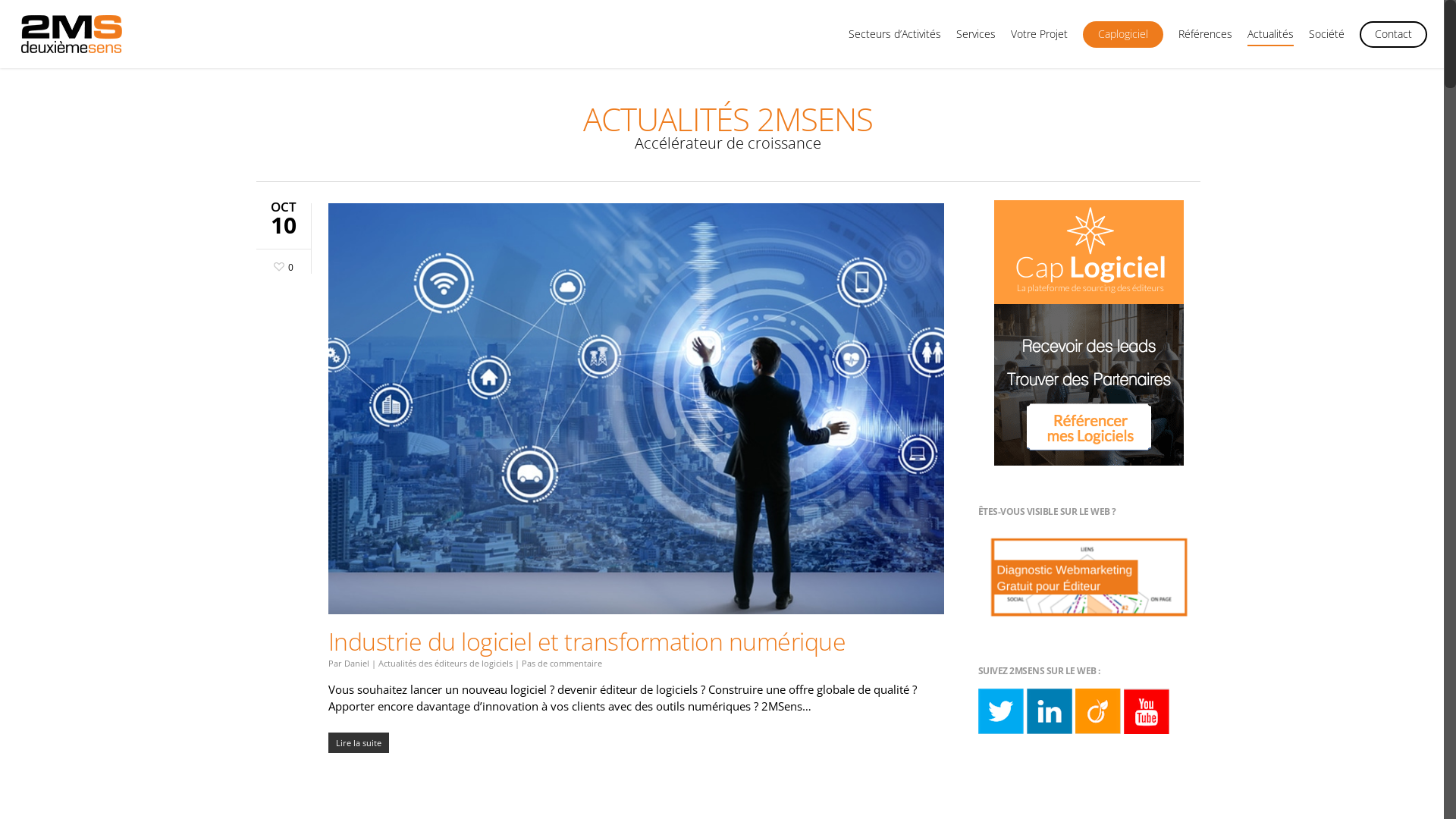  What do you see at coordinates (1123, 40) in the screenshot?
I see `'Caplogiciel'` at bounding box center [1123, 40].